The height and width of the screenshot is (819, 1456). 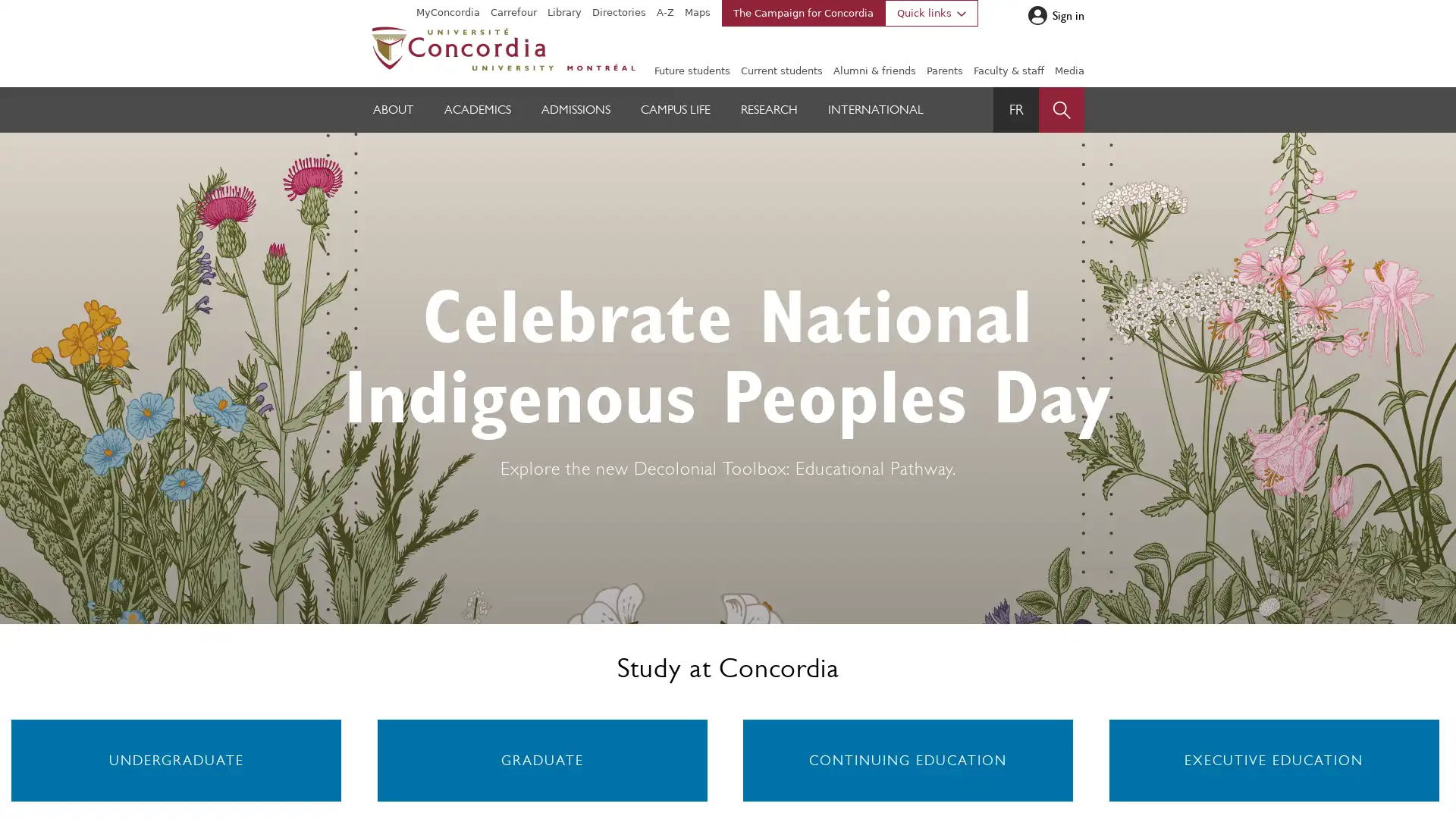 What do you see at coordinates (1061, 109) in the screenshot?
I see `Site search` at bounding box center [1061, 109].